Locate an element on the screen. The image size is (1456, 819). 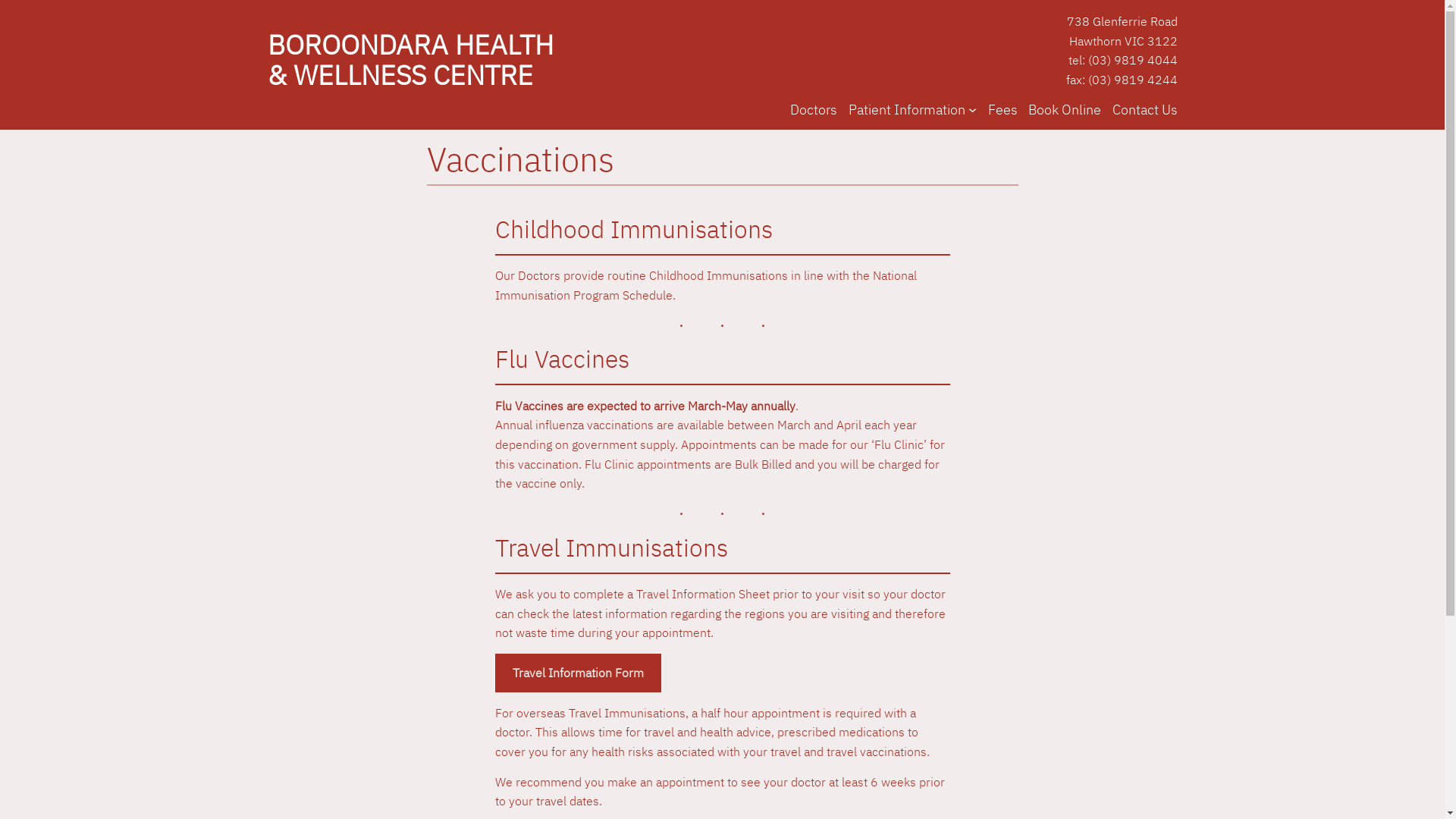
'Patient Information' is located at coordinates (906, 108).